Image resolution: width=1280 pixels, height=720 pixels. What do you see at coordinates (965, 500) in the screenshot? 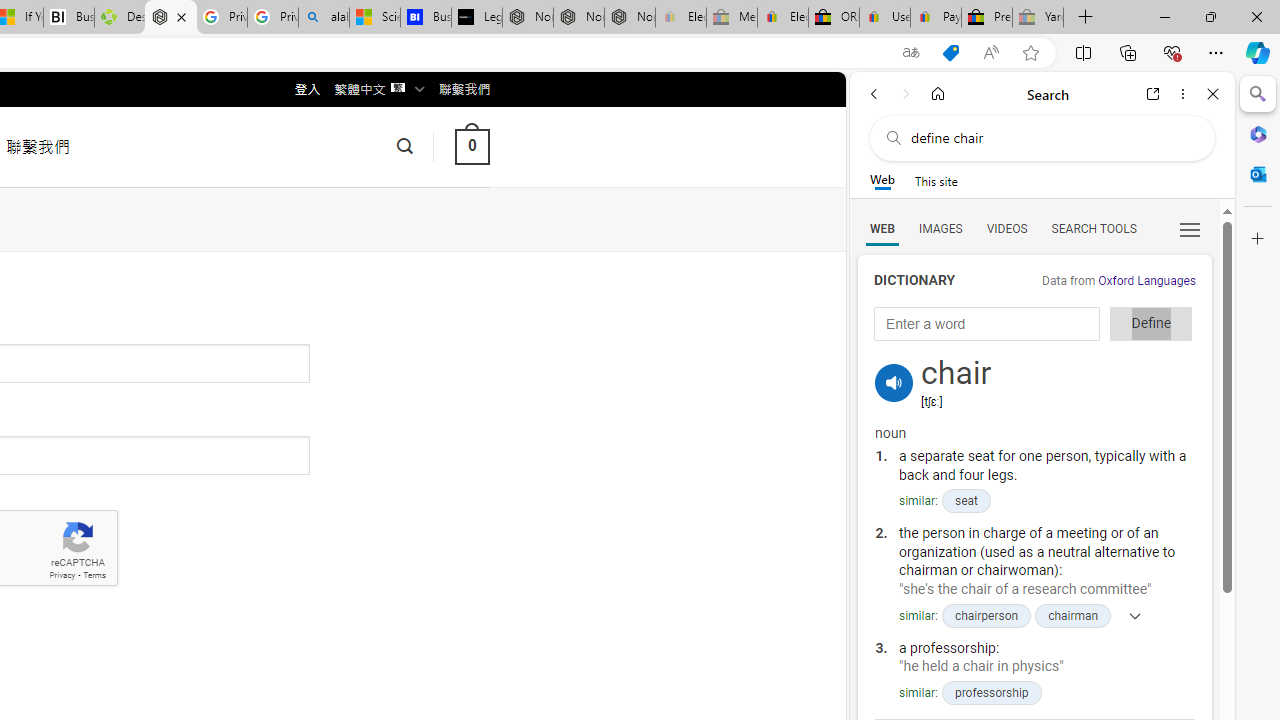
I see `'seat'` at bounding box center [965, 500].